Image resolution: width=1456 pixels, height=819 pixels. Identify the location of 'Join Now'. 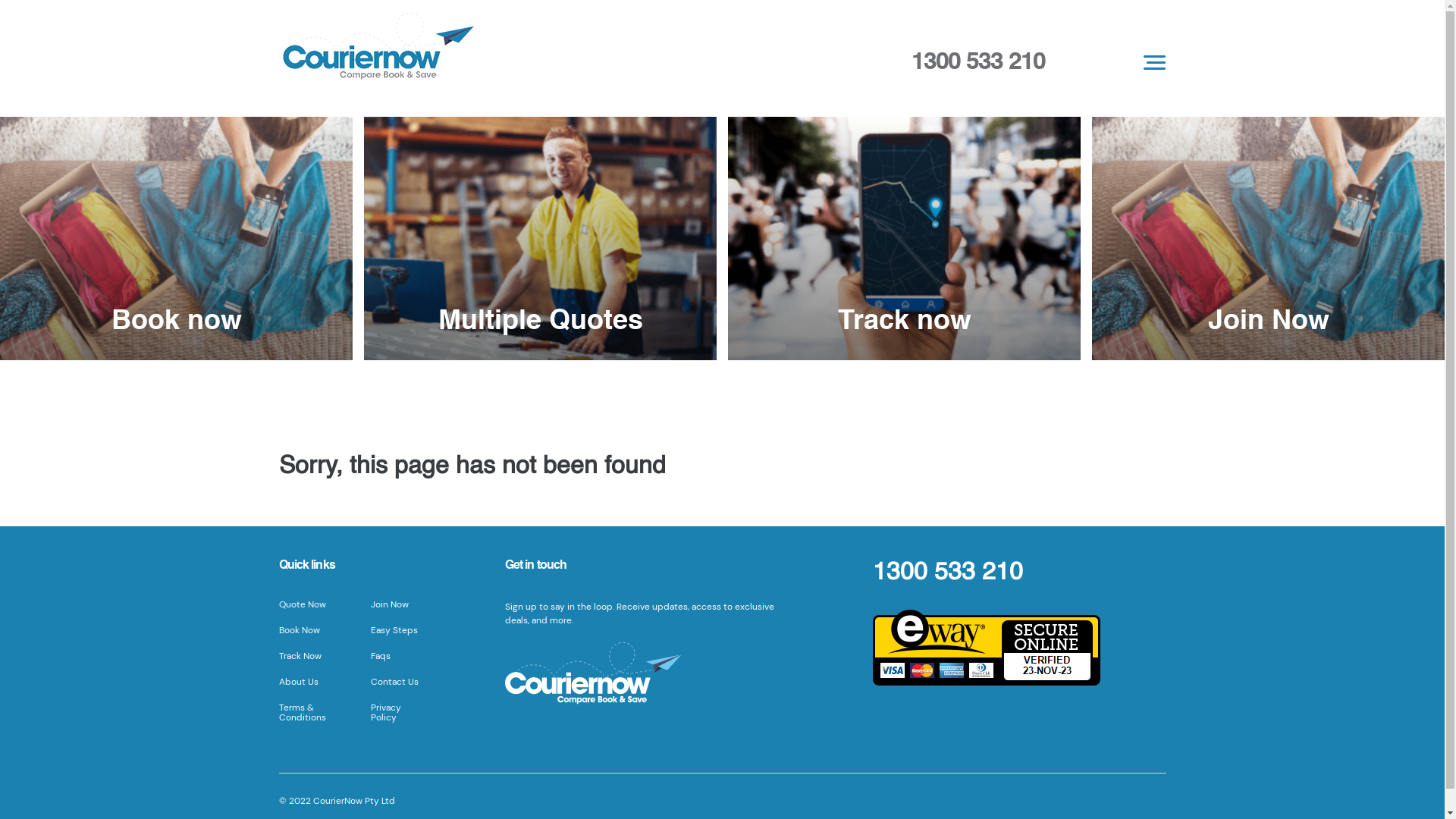
(389, 604).